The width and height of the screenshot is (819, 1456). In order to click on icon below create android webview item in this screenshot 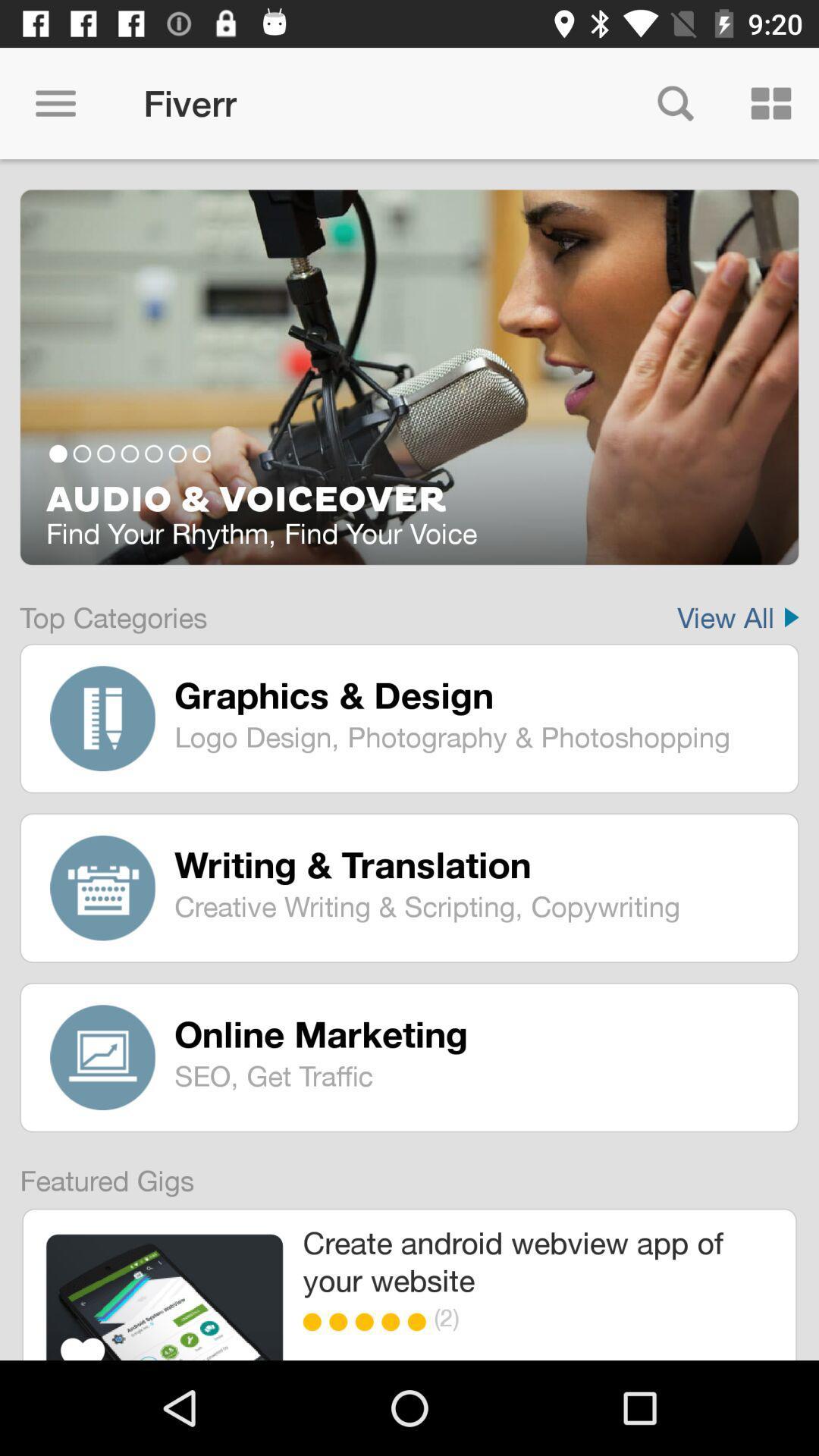, I will do `click(394, 1321)`.